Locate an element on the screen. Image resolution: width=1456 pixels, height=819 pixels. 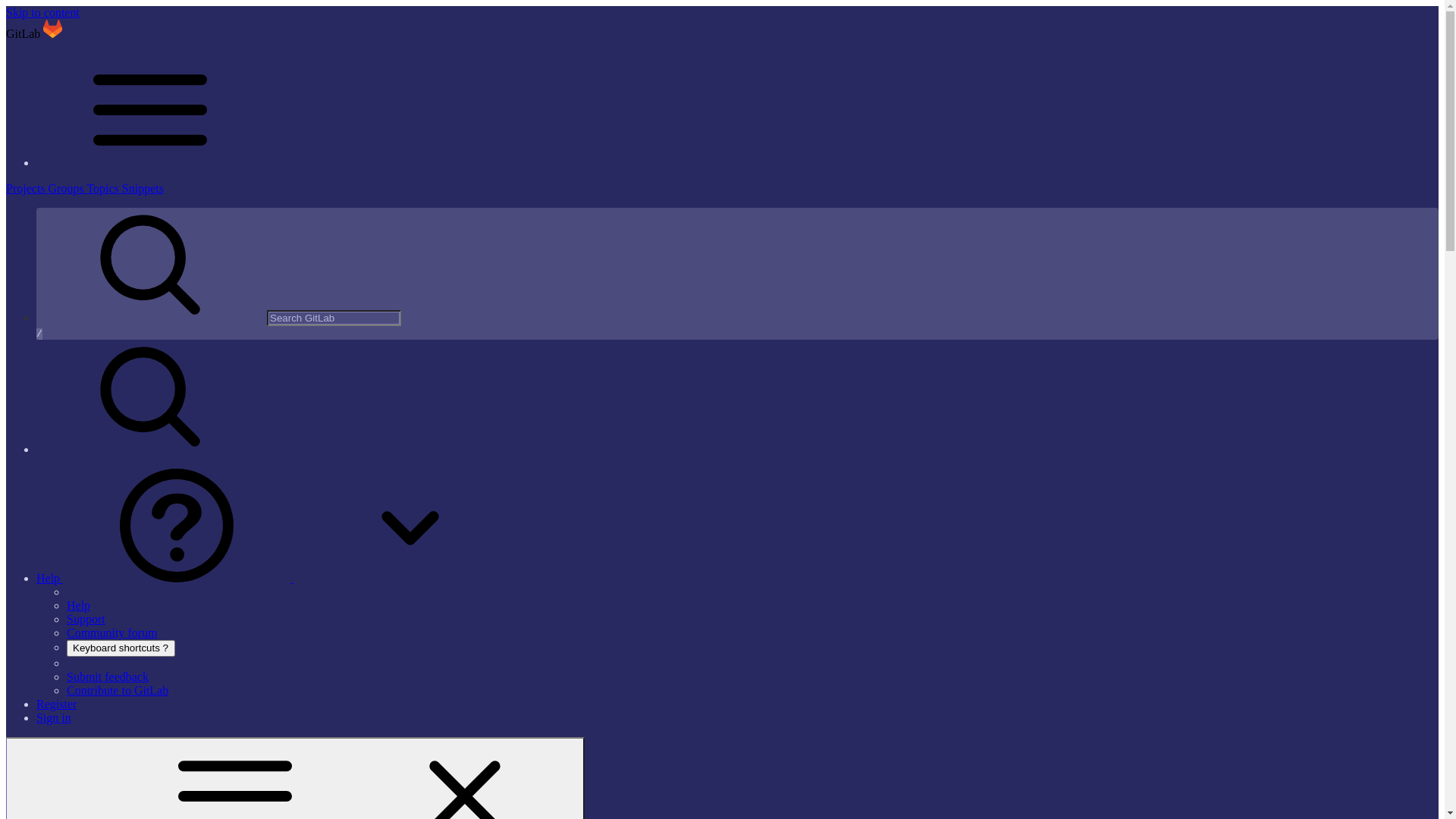
'Keyboard shortcuts ?' is located at coordinates (65, 648).